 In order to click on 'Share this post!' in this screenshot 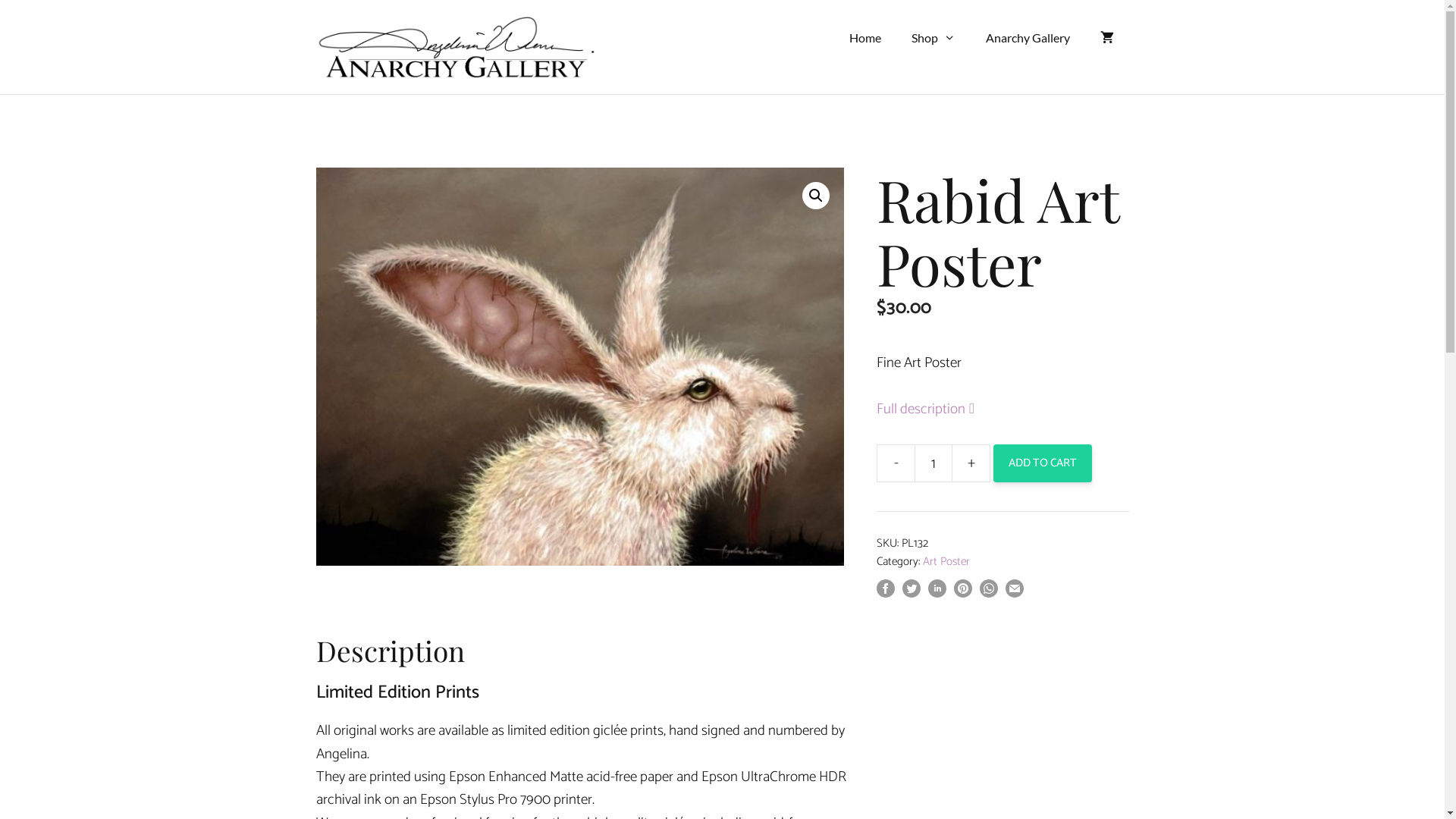, I will do `click(927, 592)`.